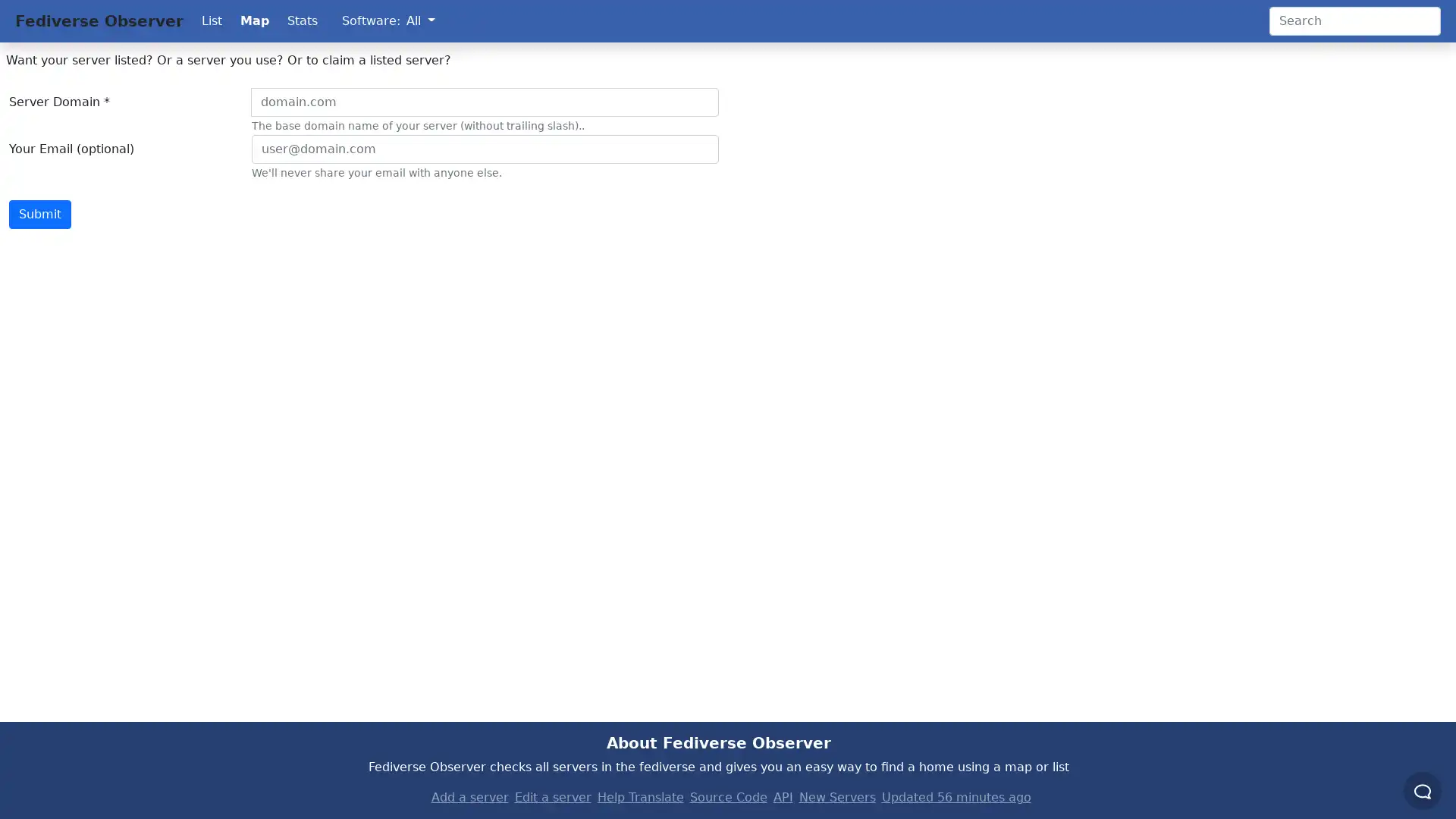  Describe the element at coordinates (420, 20) in the screenshot. I see `All` at that location.